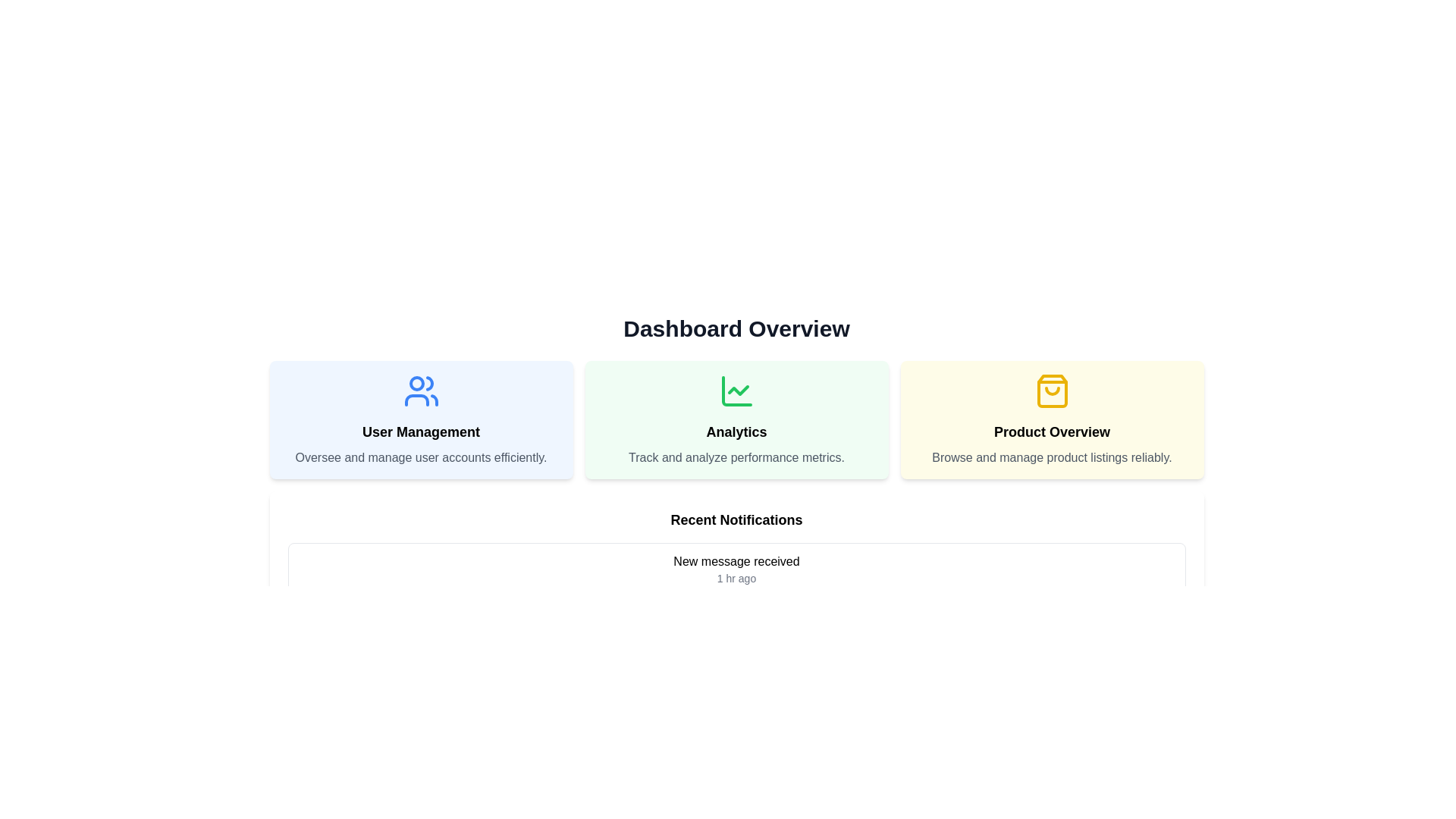  Describe the element at coordinates (416, 382) in the screenshot. I see `the small circle inside the blue 'User Management' icon located at the leftmost section of the tile` at that location.